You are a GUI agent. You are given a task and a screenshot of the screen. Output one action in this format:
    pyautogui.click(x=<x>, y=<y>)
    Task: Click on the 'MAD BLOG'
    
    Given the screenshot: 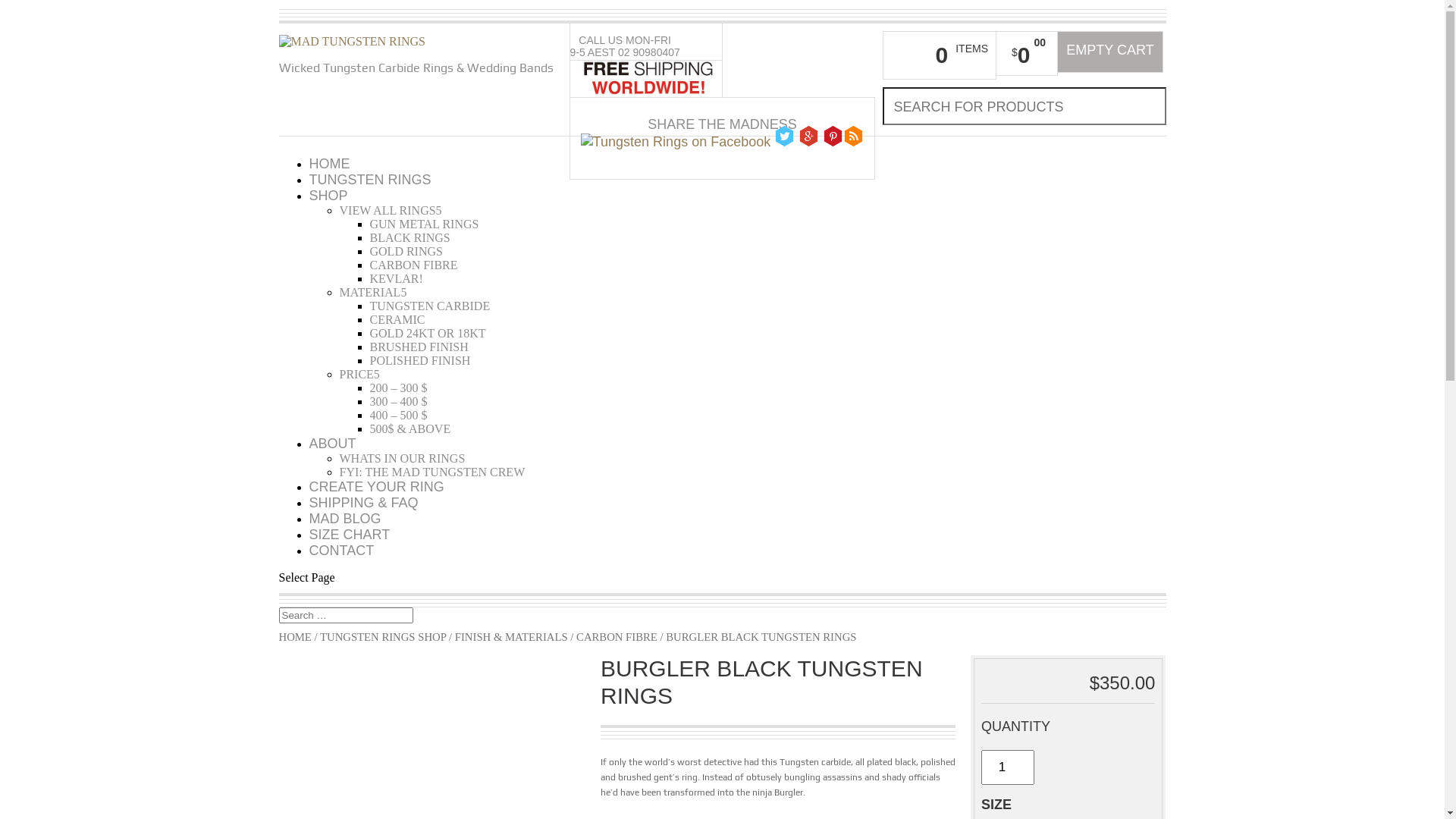 What is the action you would take?
    pyautogui.click(x=309, y=517)
    